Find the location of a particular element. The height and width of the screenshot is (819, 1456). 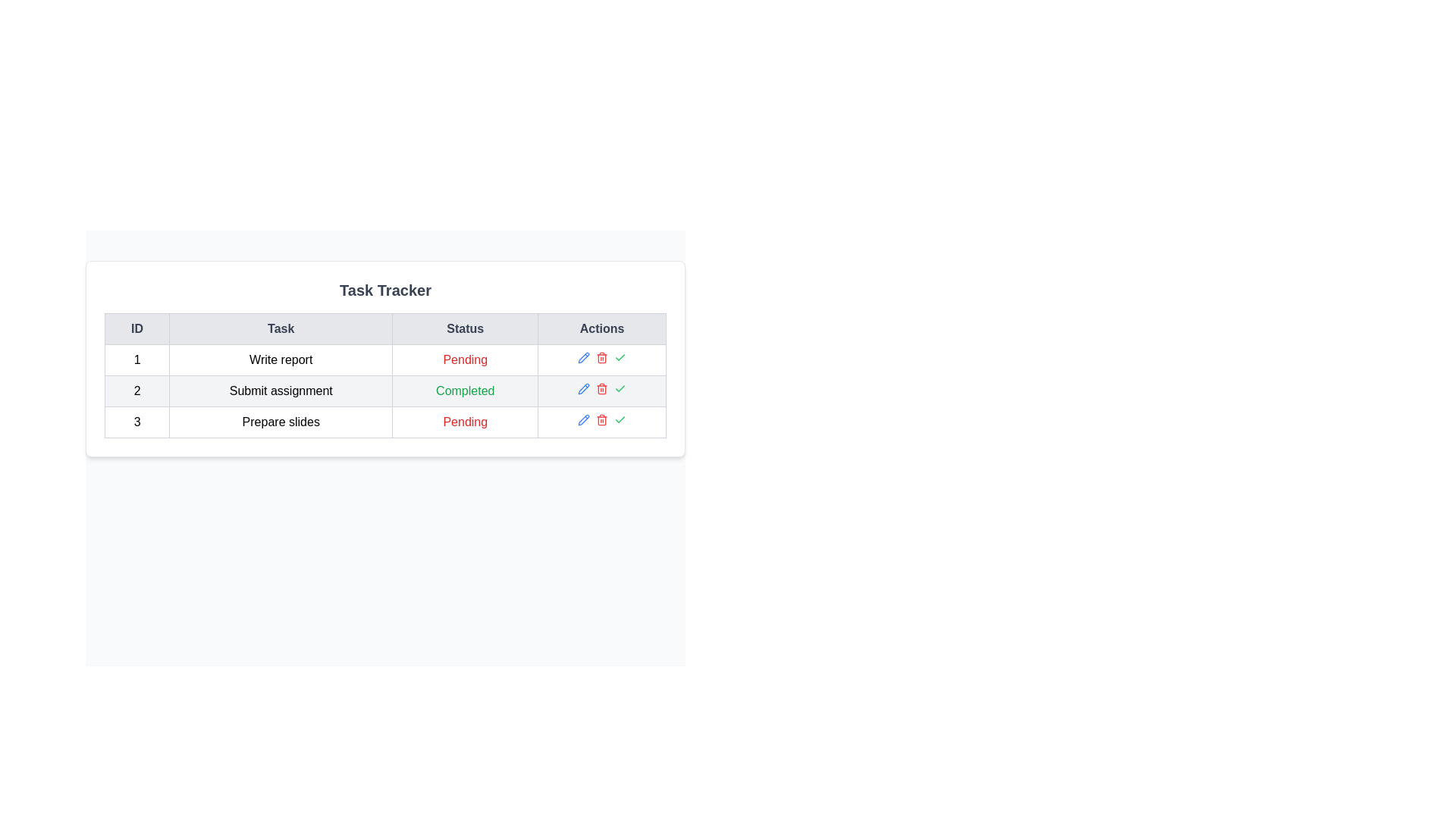

the check icon for task with ID 2 to mark it as completed is located at coordinates (620, 388).